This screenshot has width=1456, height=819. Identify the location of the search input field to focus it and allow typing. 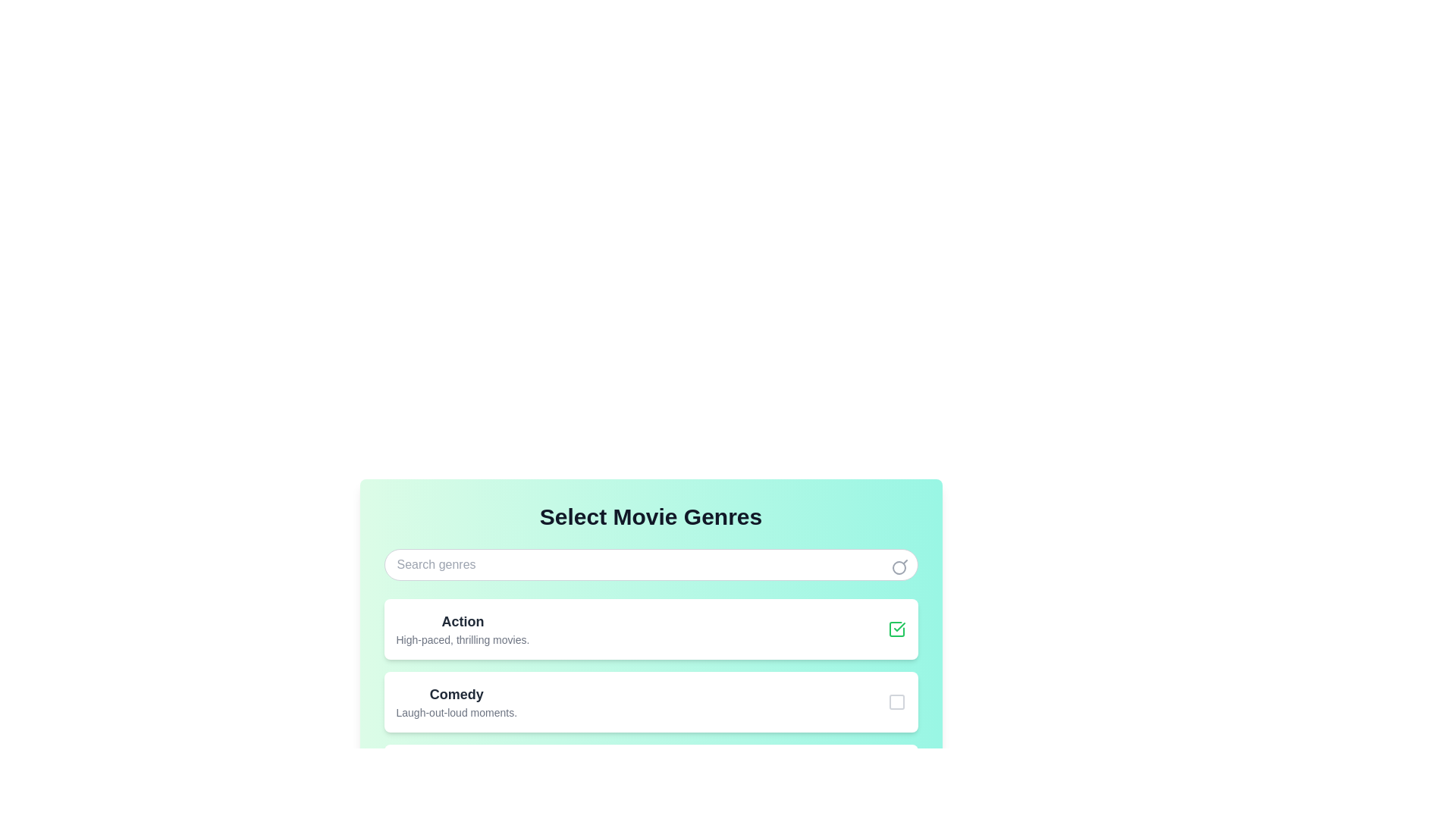
(651, 564).